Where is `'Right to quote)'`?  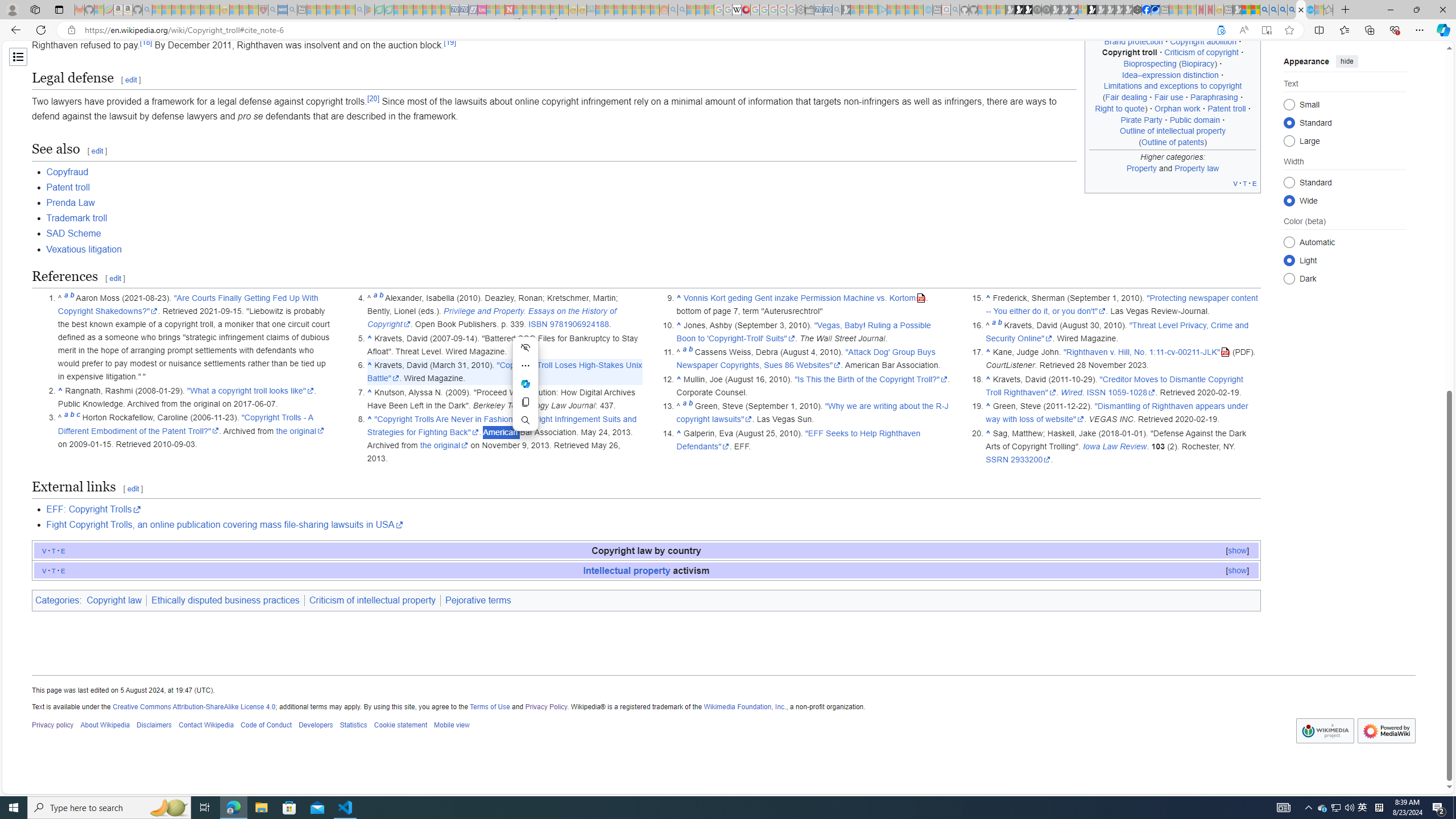
'Right to quote)' is located at coordinates (1120, 107).